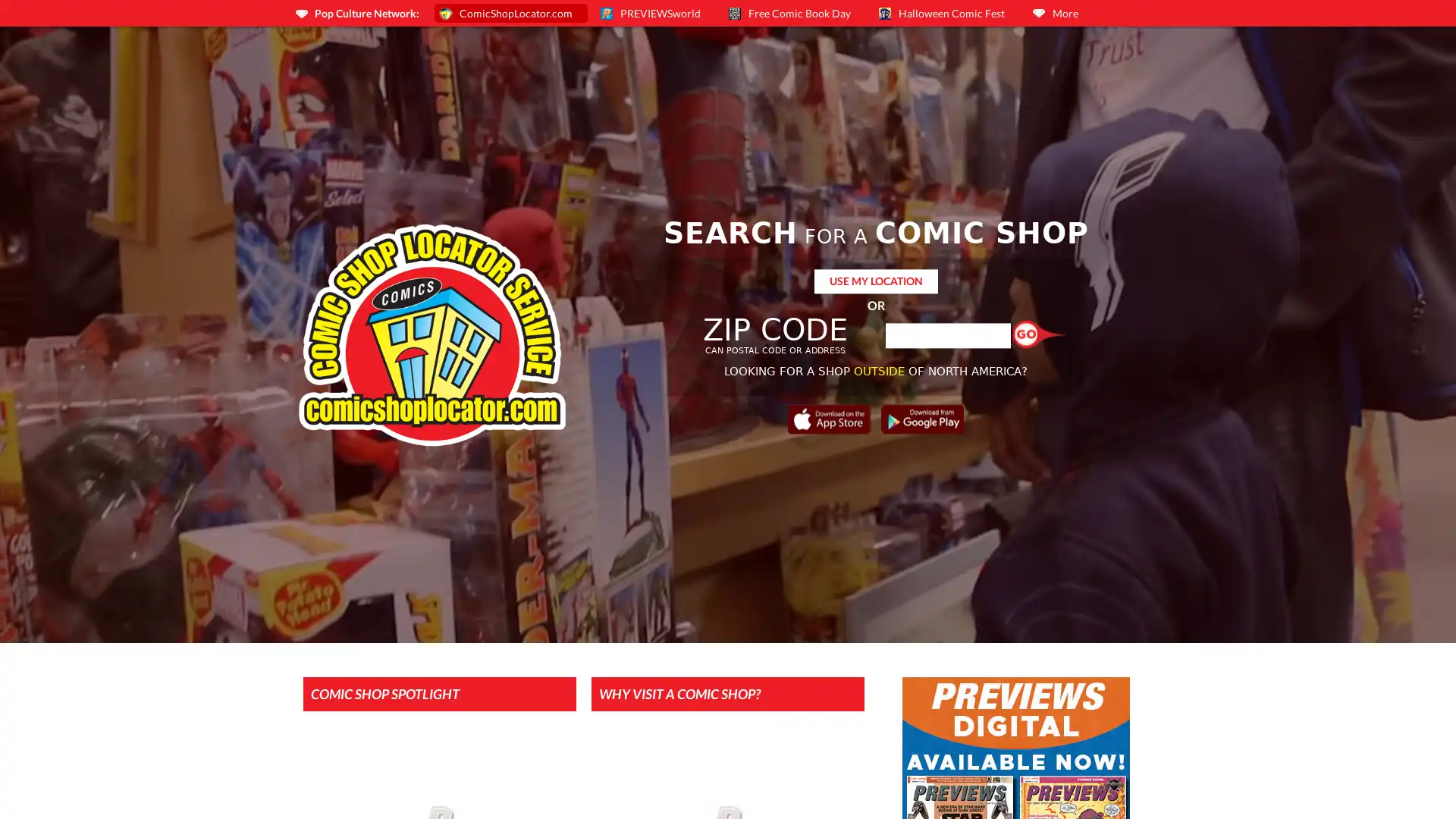 This screenshot has width=1456, height=819. What do you see at coordinates (875, 281) in the screenshot?
I see `USE MY LOCATION` at bounding box center [875, 281].